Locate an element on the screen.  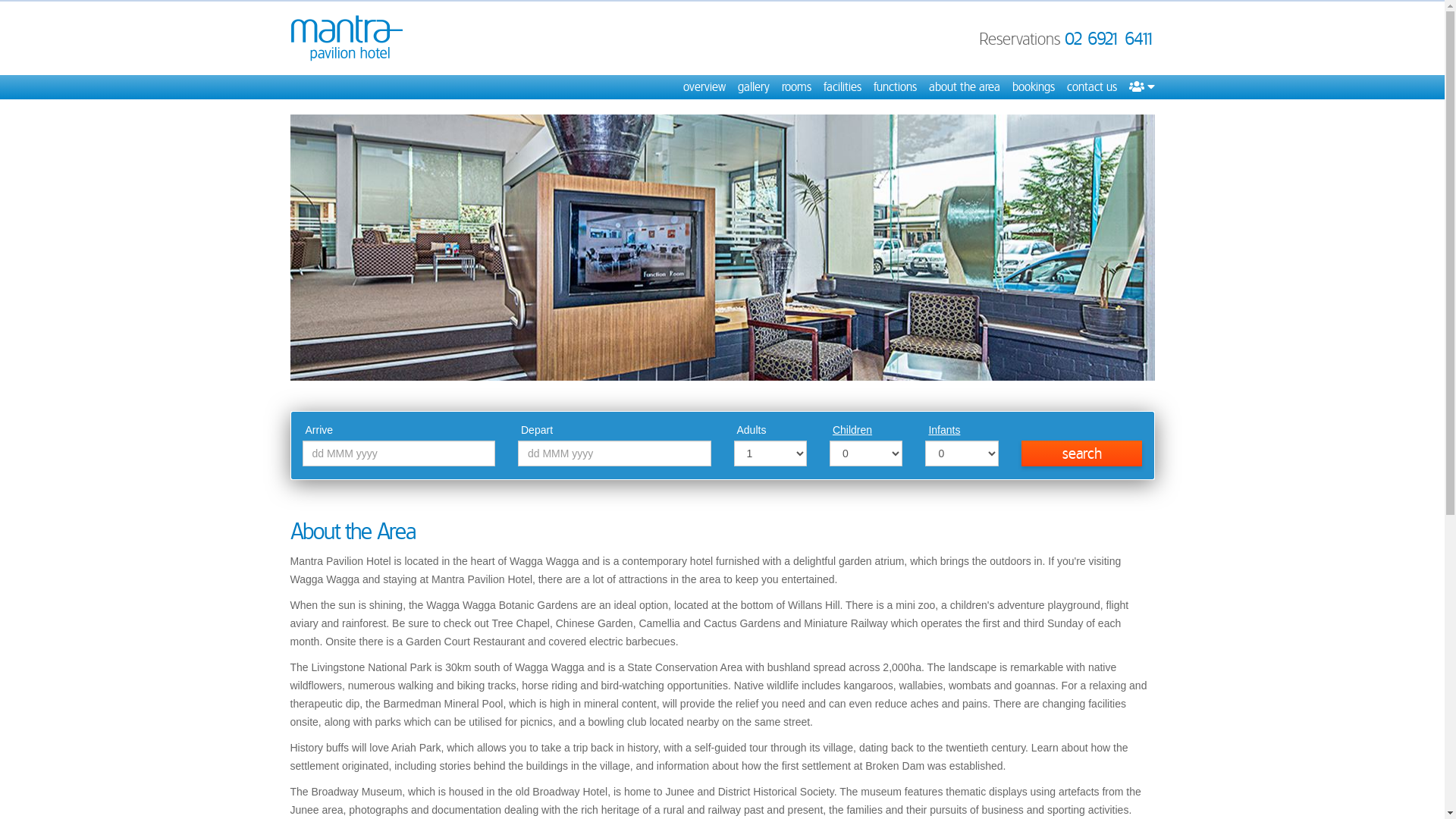
'contact us' is located at coordinates (1090, 87).